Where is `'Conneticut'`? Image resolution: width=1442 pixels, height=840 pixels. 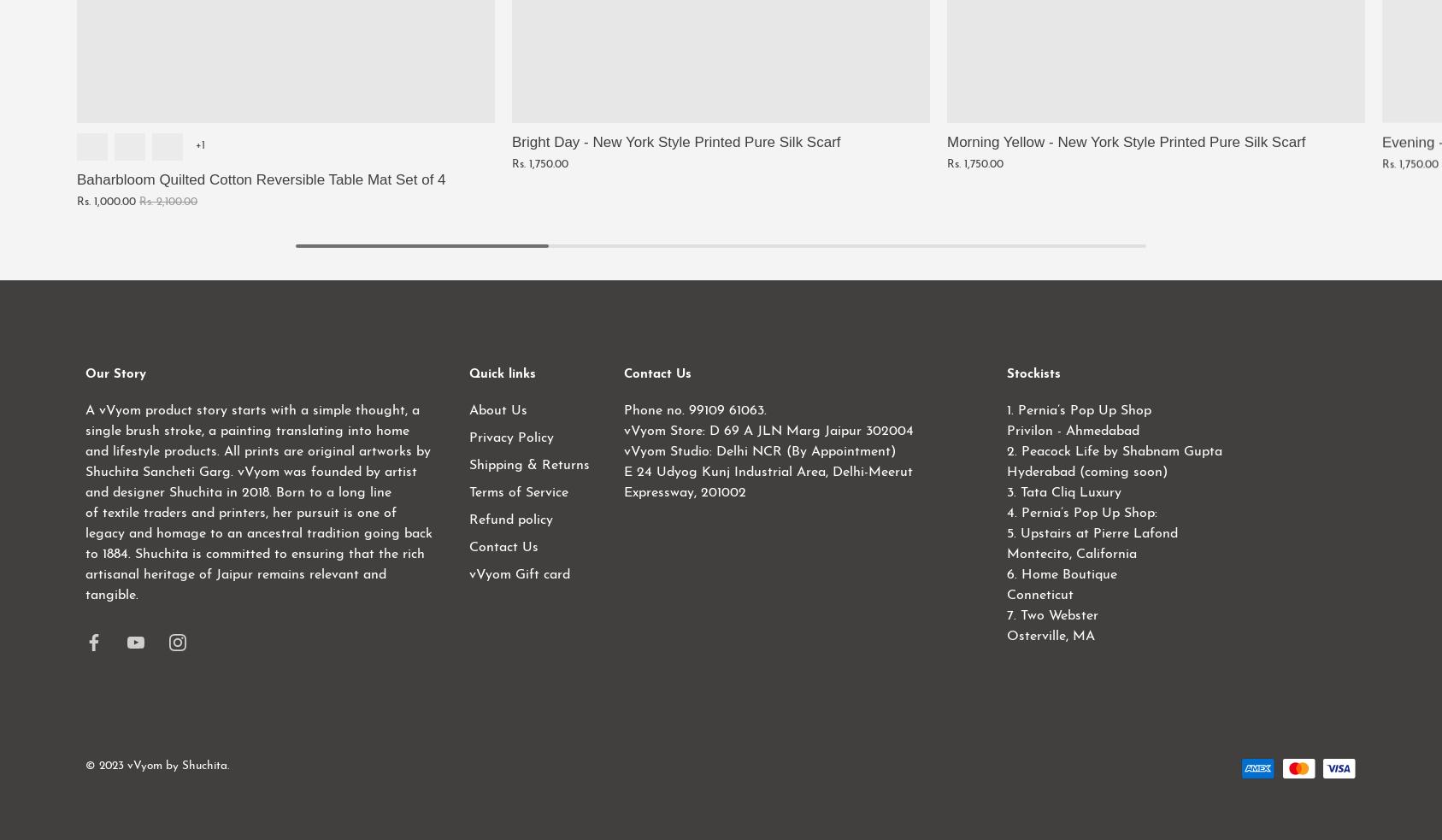 'Conneticut' is located at coordinates (1007, 593).